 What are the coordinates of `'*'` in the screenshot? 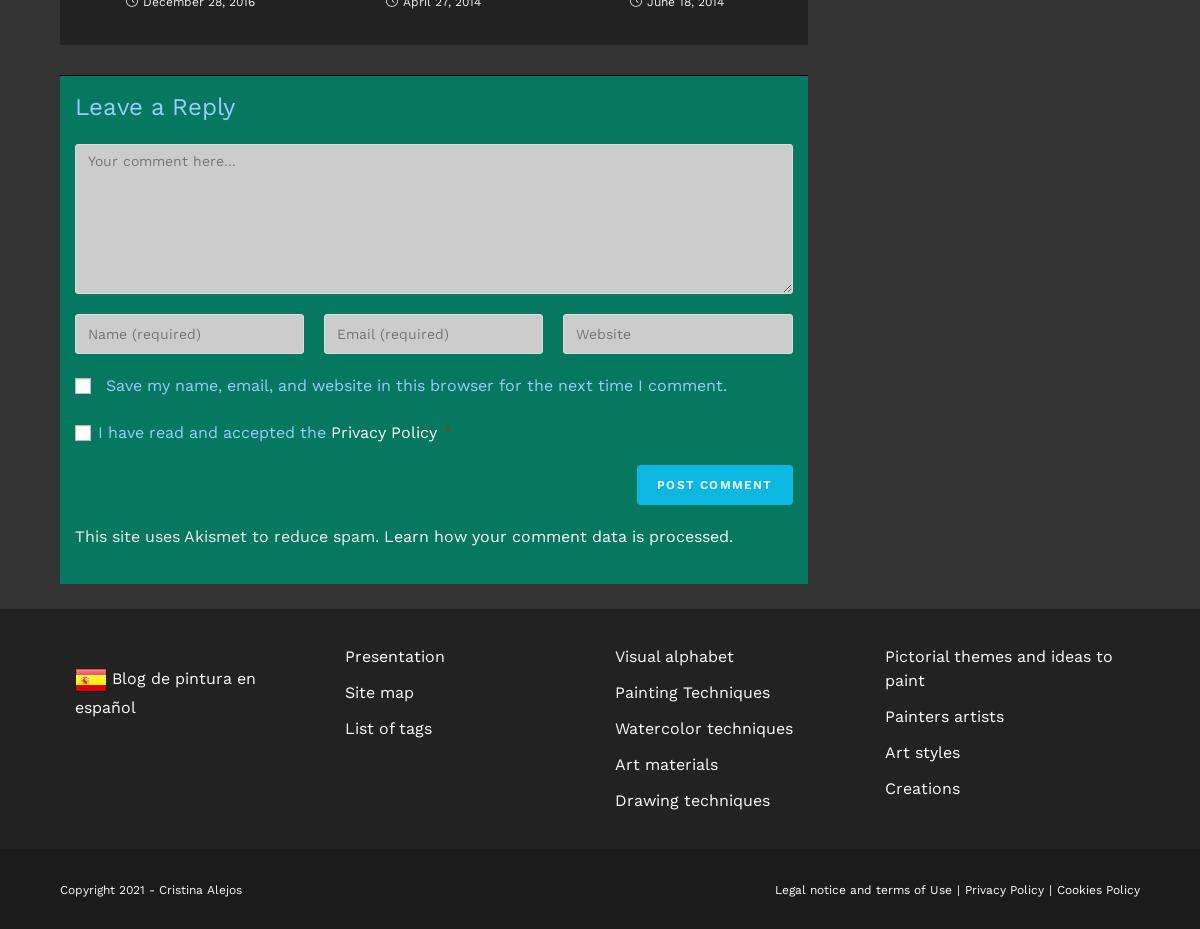 It's located at (444, 429).